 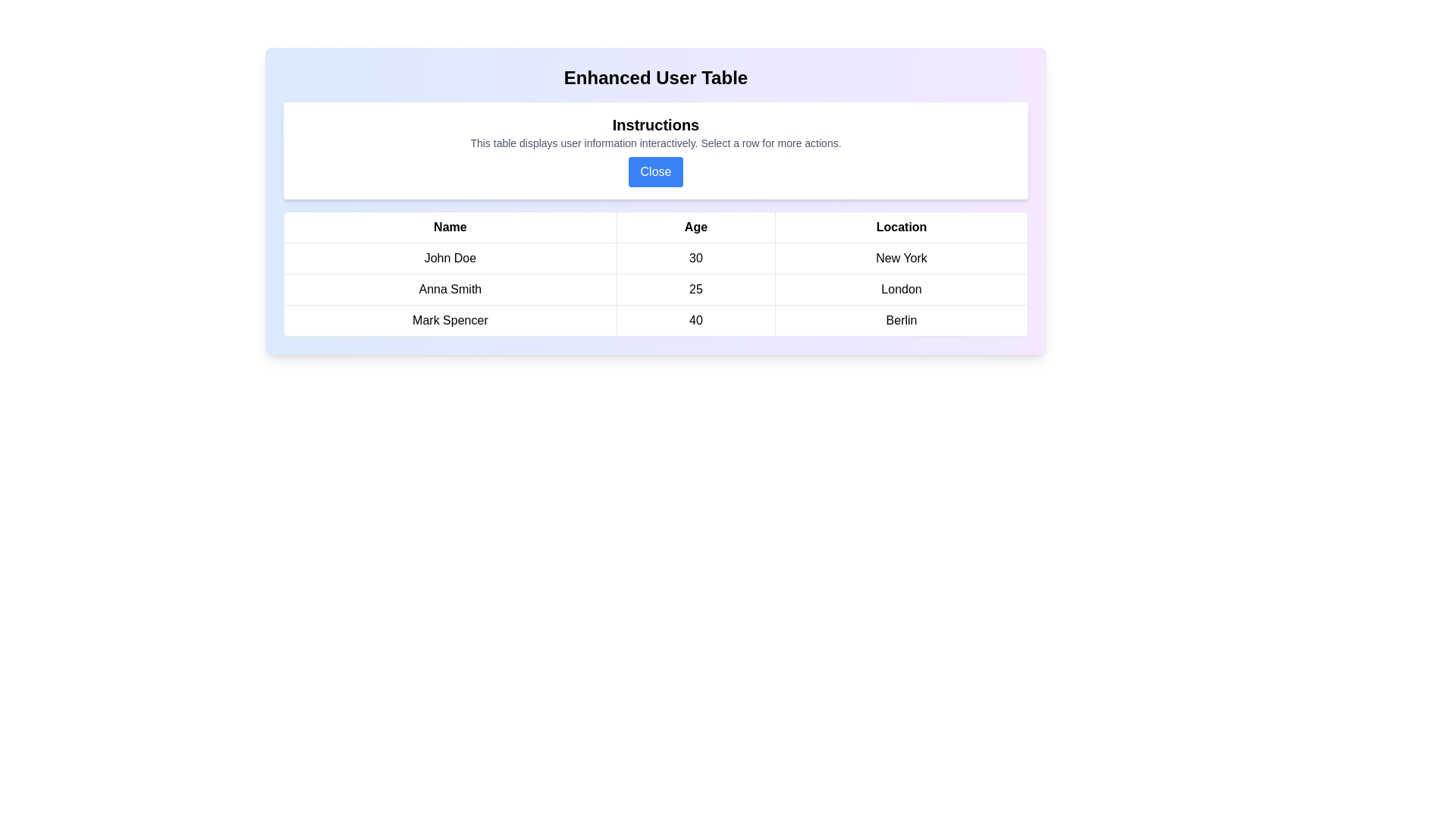 What do you see at coordinates (655, 257) in the screenshot?
I see `the first row of the table displaying details about 'John Doe', '30', and 'New York'` at bounding box center [655, 257].